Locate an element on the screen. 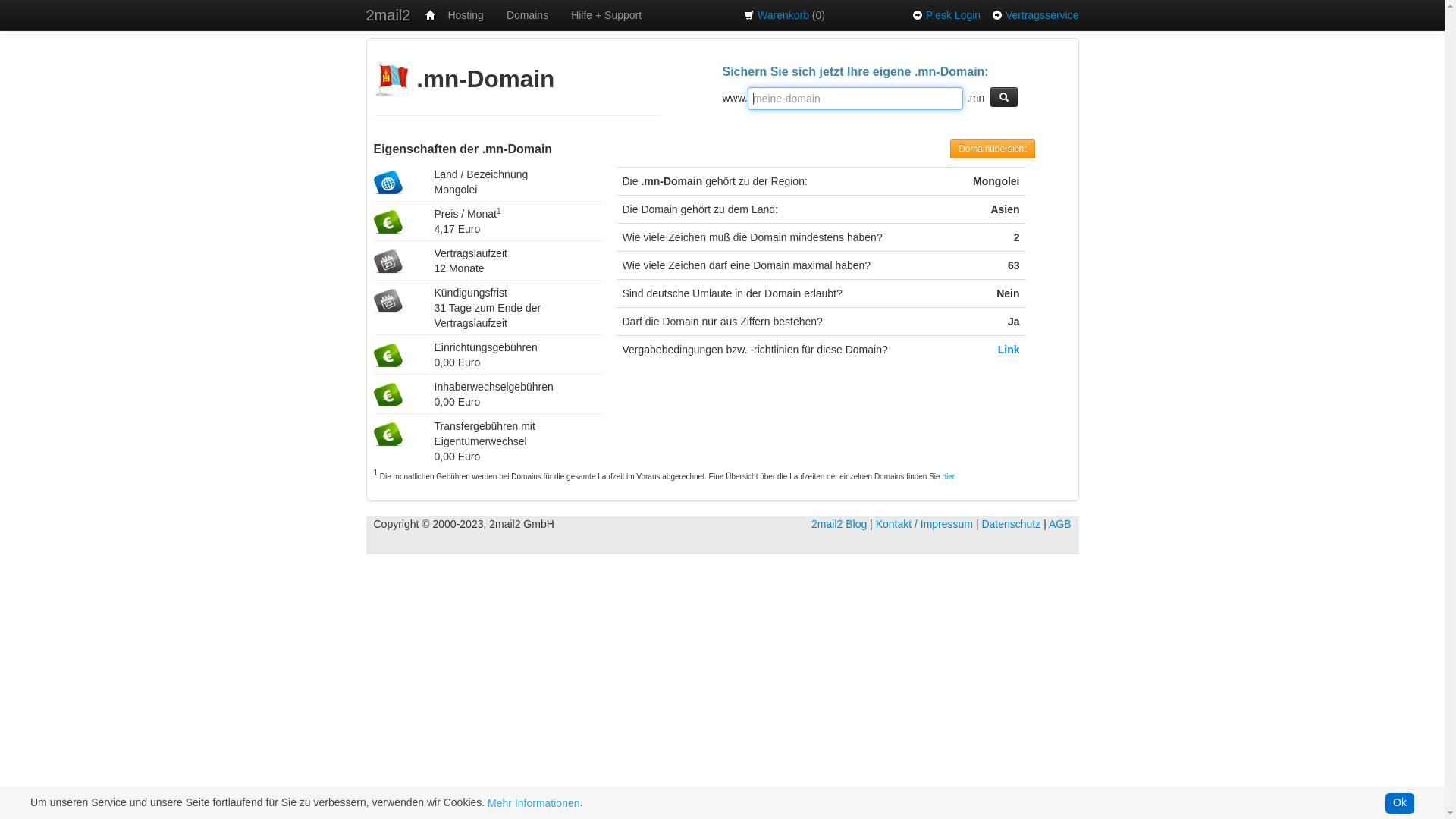  'Plesk Login' is located at coordinates (952, 14).